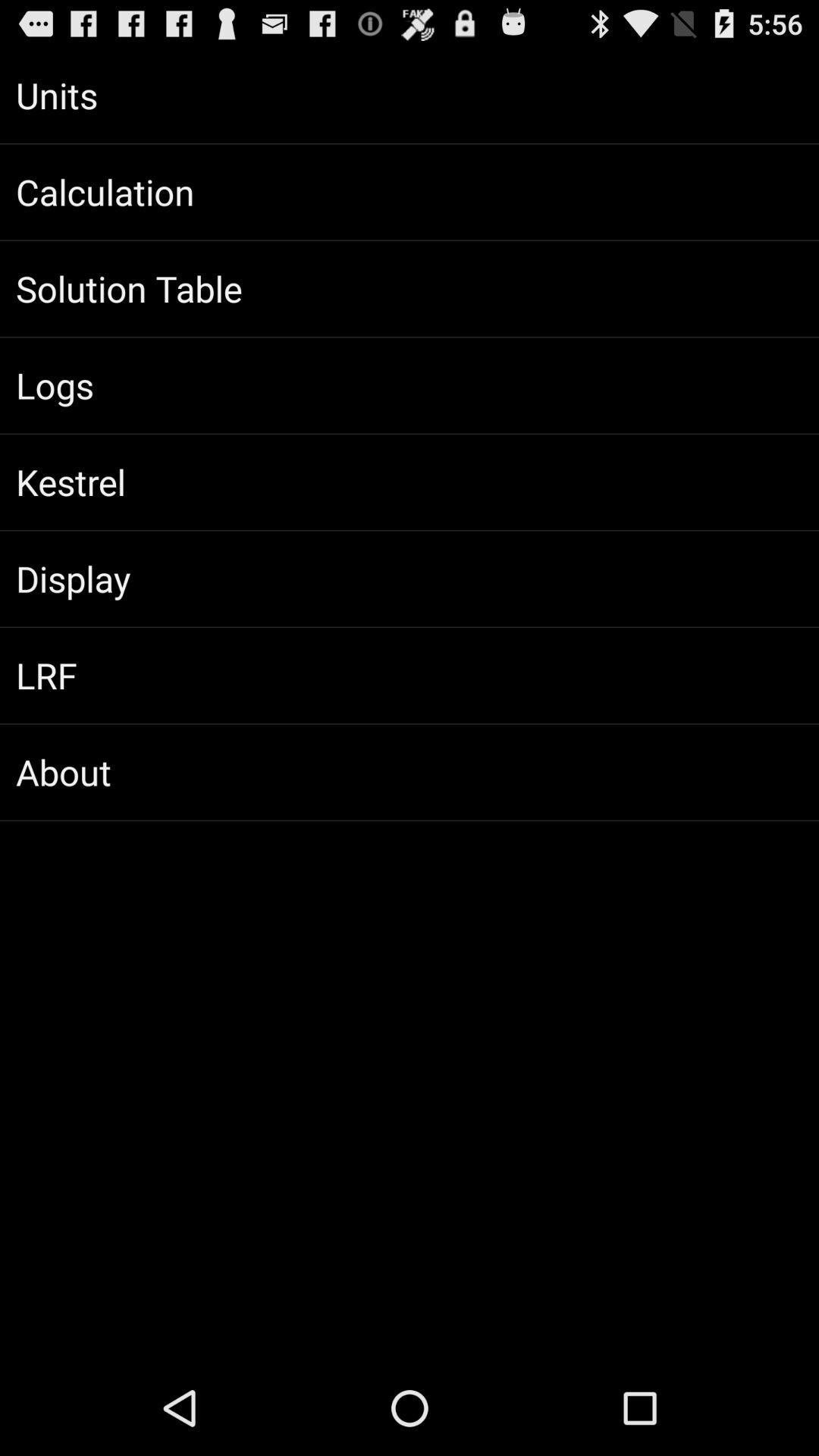 The image size is (819, 1456). I want to click on app above the solution table item, so click(409, 191).